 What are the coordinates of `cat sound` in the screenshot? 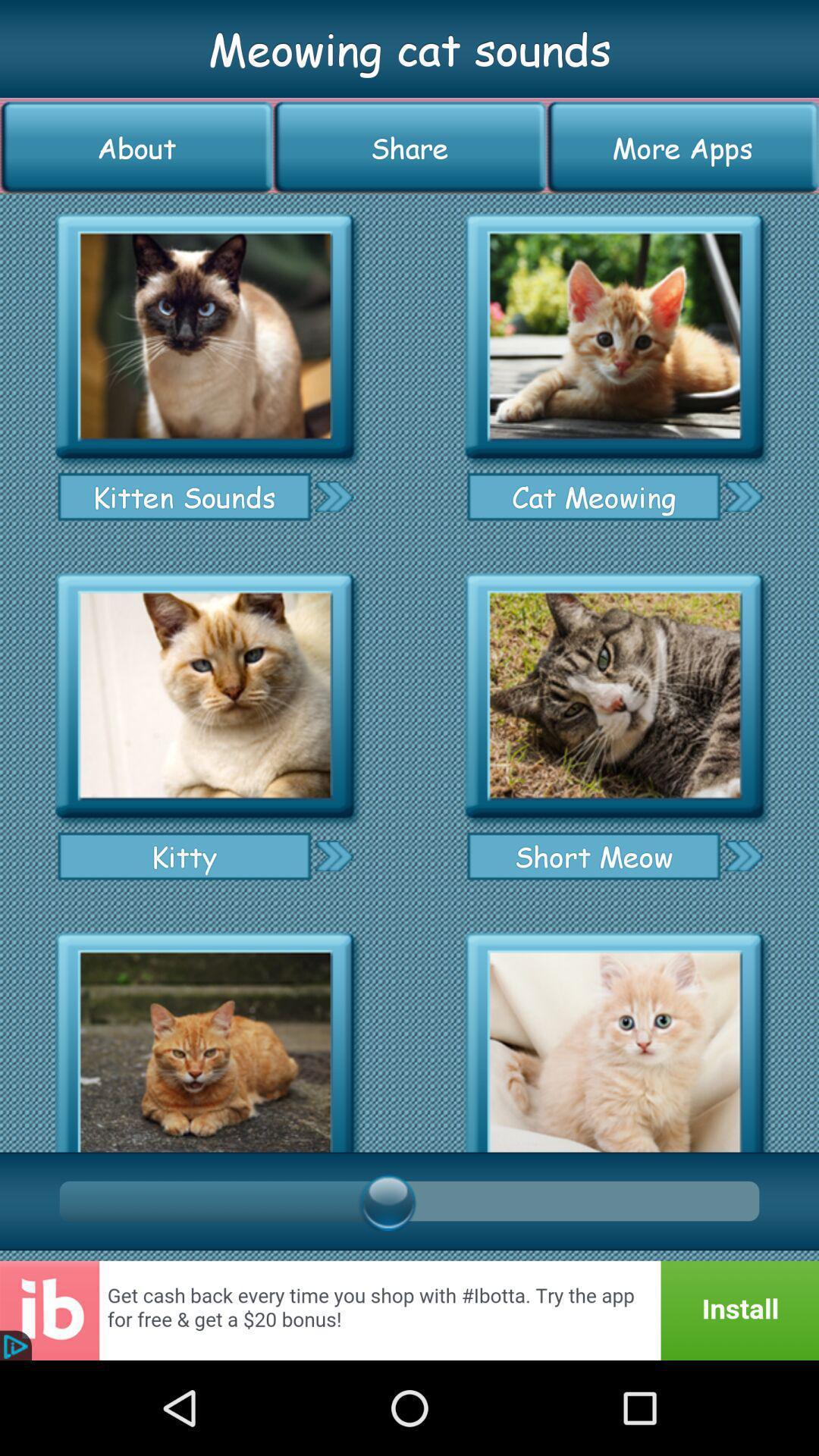 It's located at (205, 695).